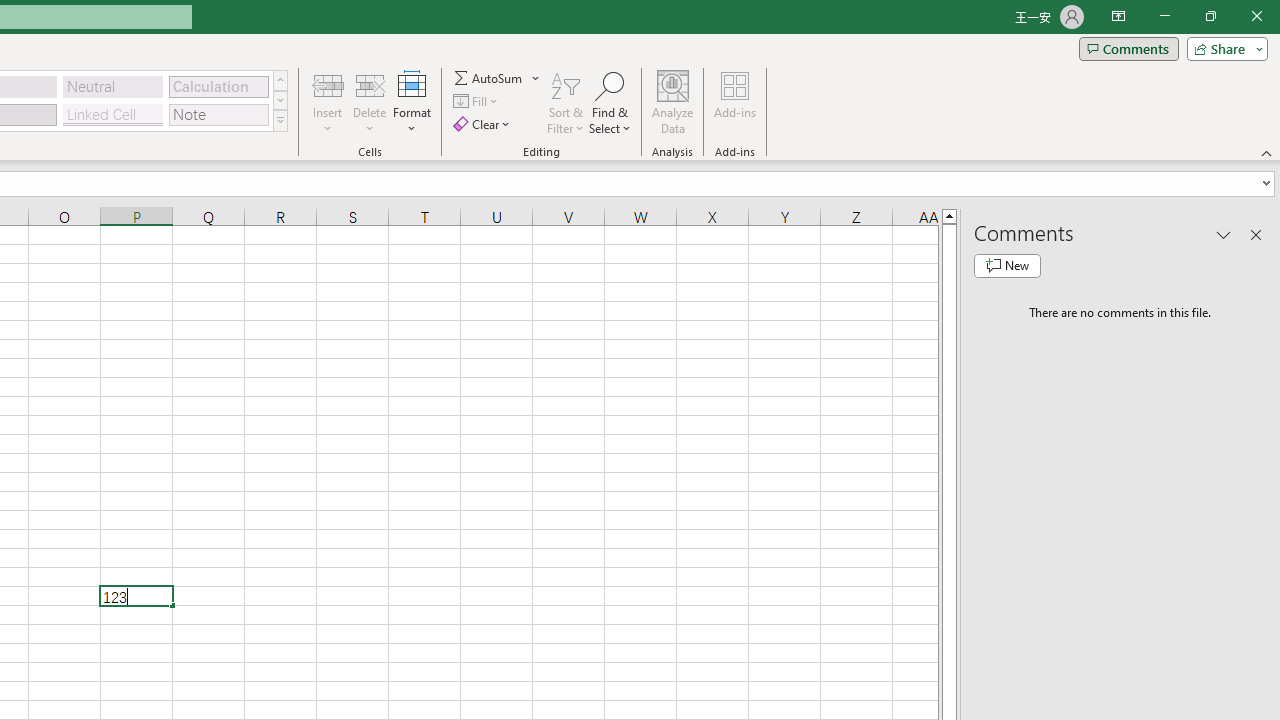 Image resolution: width=1280 pixels, height=720 pixels. What do you see at coordinates (609, 103) in the screenshot?
I see `'Find & Select'` at bounding box center [609, 103].